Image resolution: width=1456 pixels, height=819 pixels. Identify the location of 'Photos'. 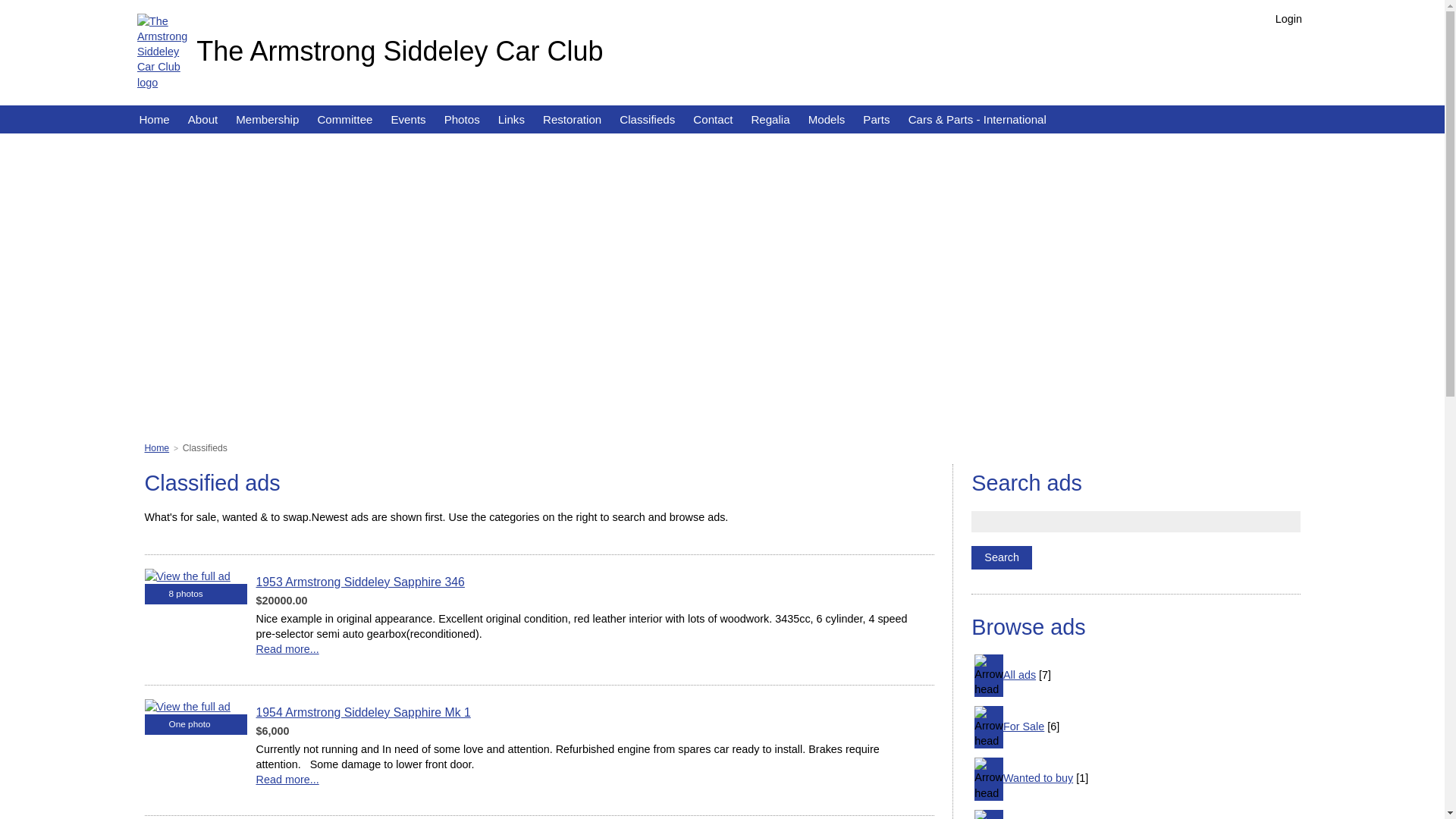
(461, 119).